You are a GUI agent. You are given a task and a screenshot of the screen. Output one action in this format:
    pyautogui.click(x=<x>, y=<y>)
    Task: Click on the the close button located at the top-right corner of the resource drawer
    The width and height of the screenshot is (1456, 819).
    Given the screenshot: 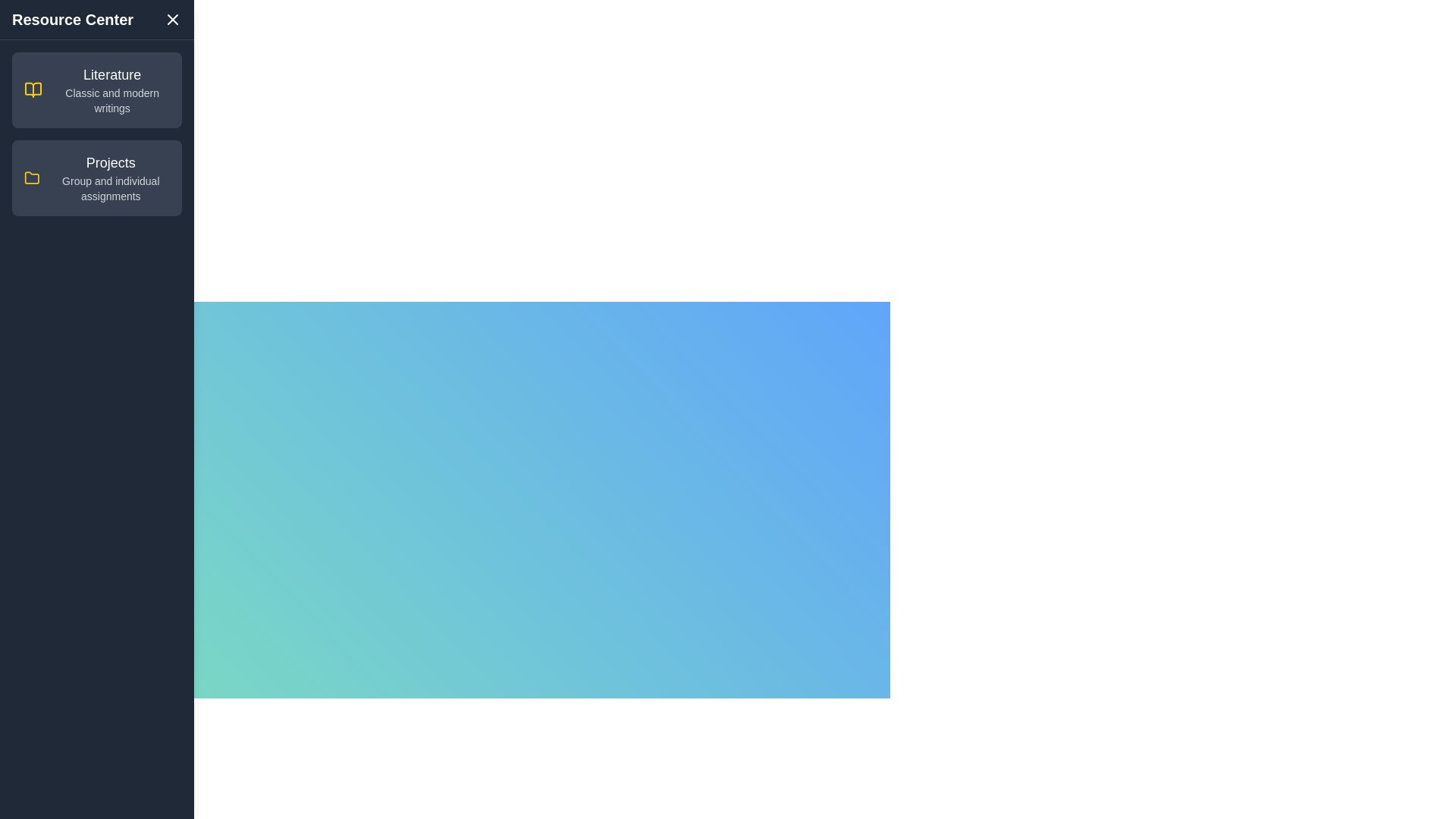 What is the action you would take?
    pyautogui.click(x=172, y=20)
    